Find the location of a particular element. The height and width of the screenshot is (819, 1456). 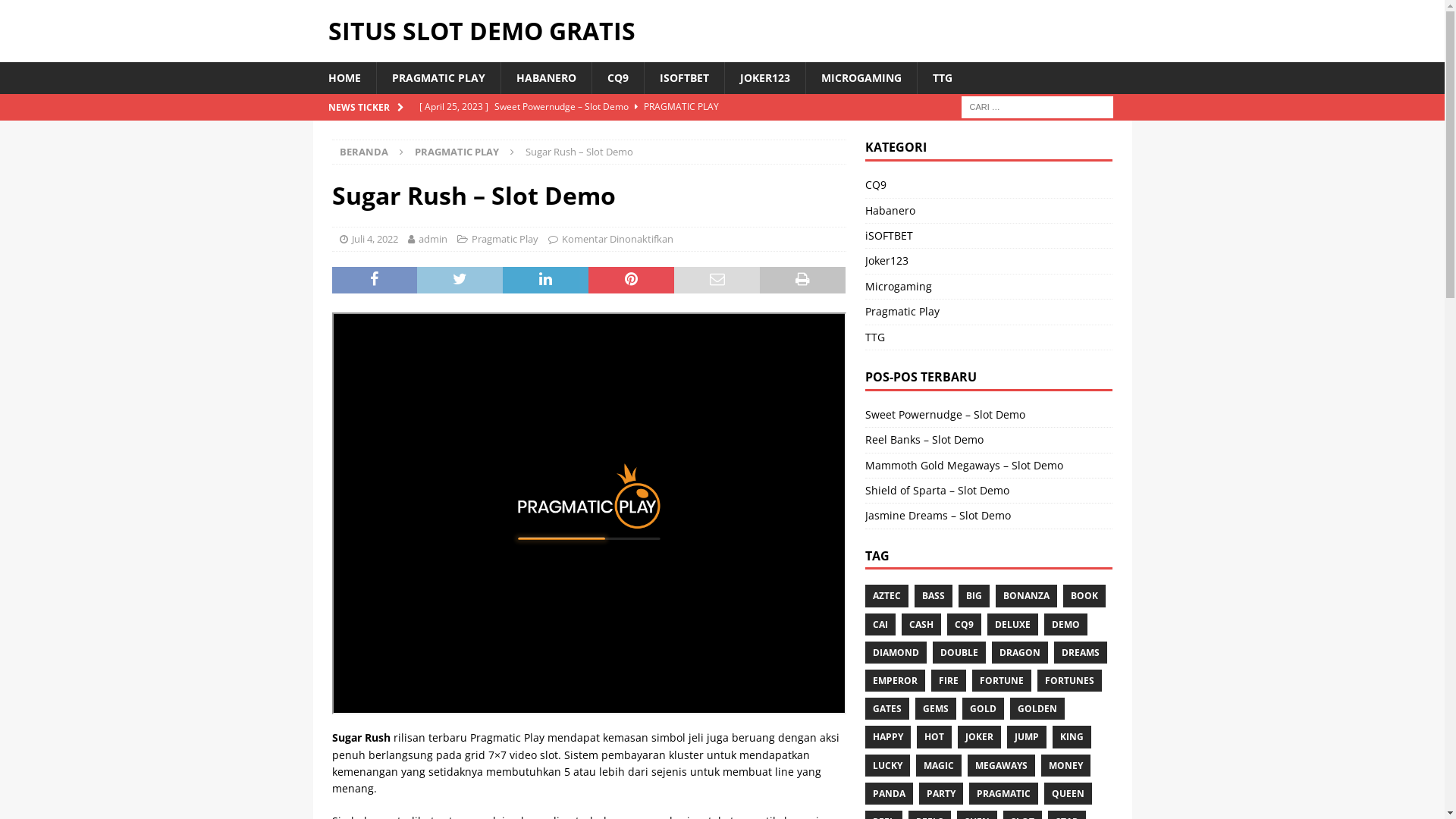

'BASS' is located at coordinates (932, 595).